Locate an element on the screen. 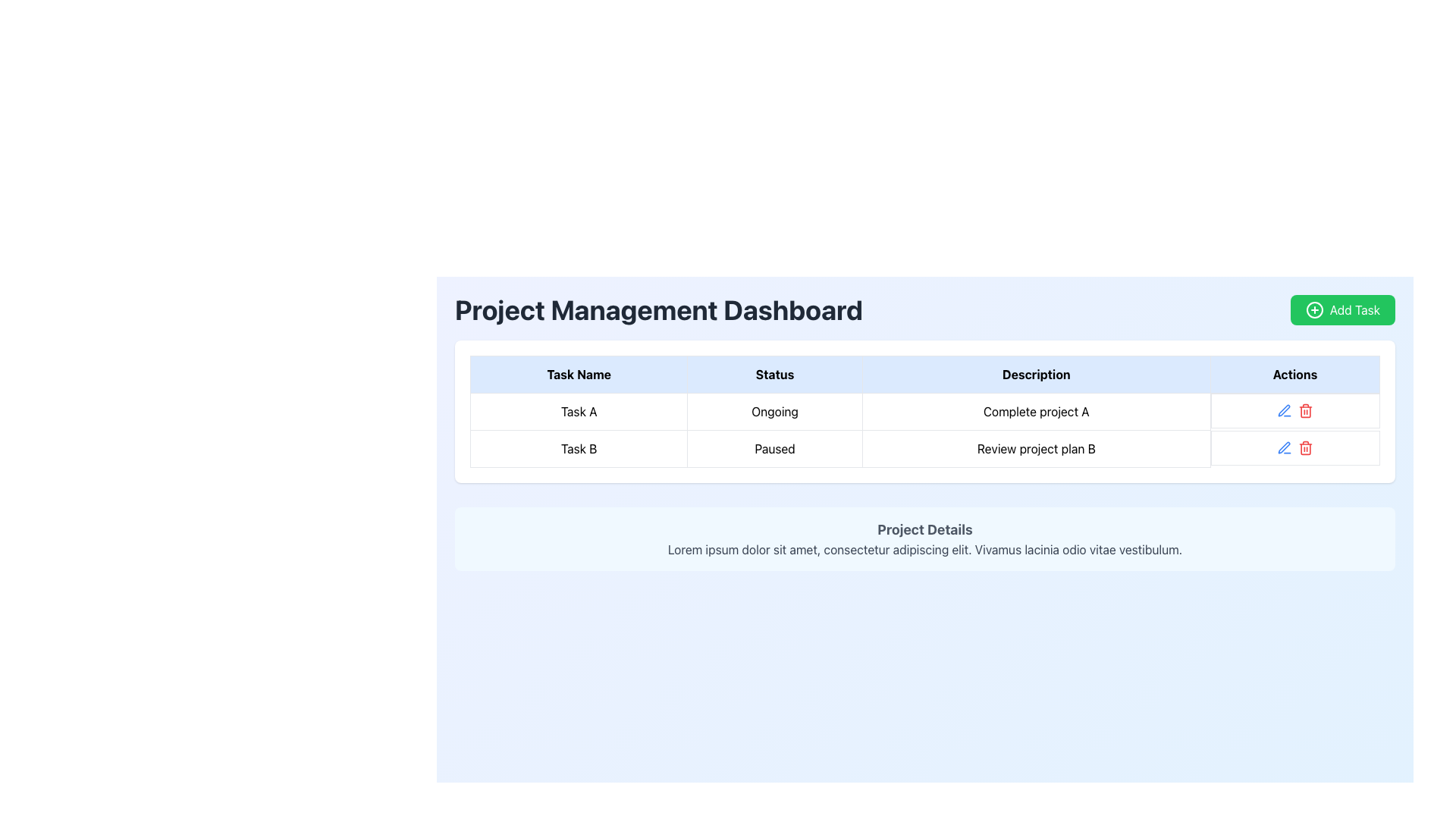  the Text Display element, which is a block of light gray text located below the 'Project Details' heading and enclosed in a light blue background with rounded corners is located at coordinates (924, 550).